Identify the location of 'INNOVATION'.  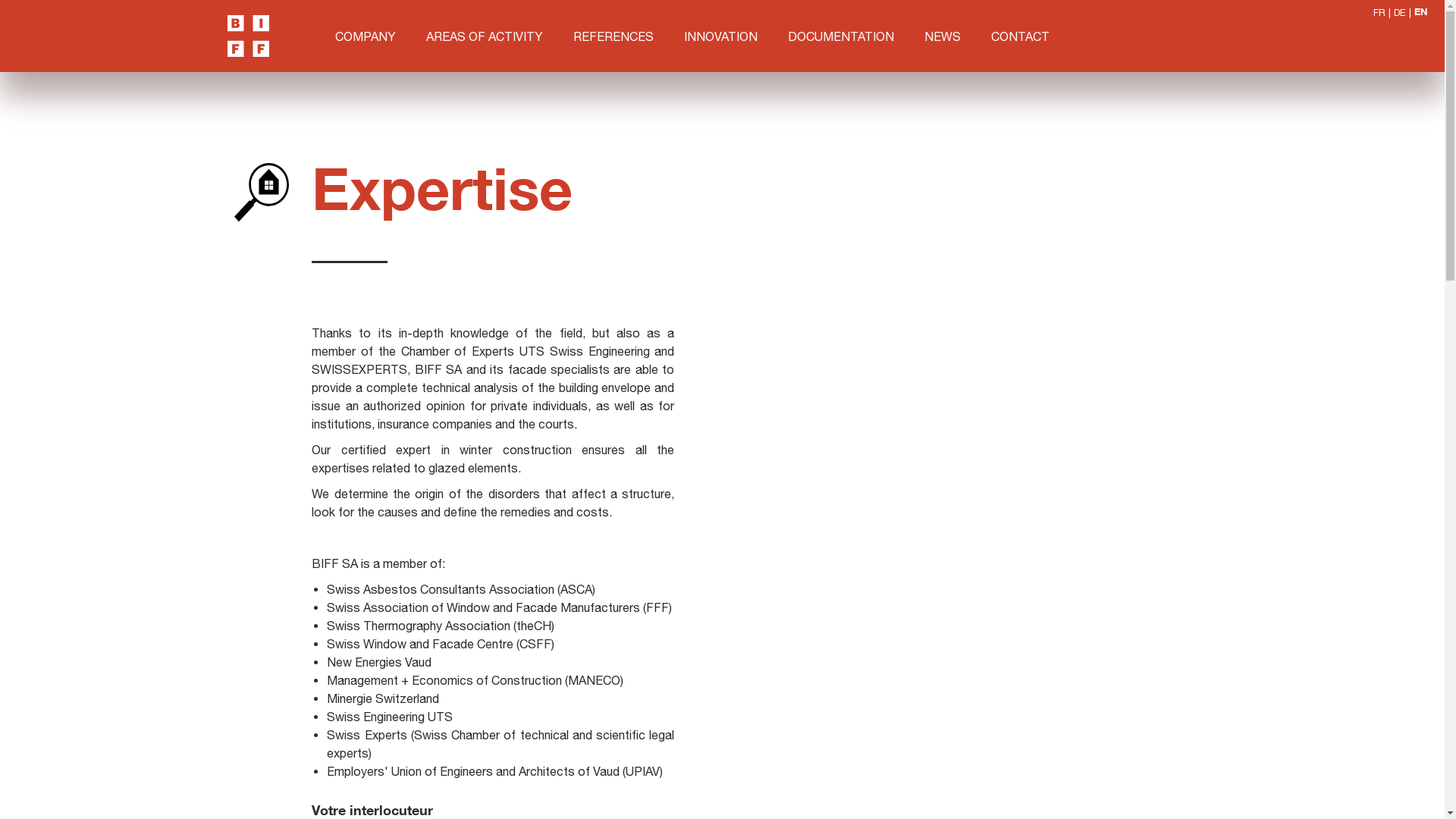
(720, 34).